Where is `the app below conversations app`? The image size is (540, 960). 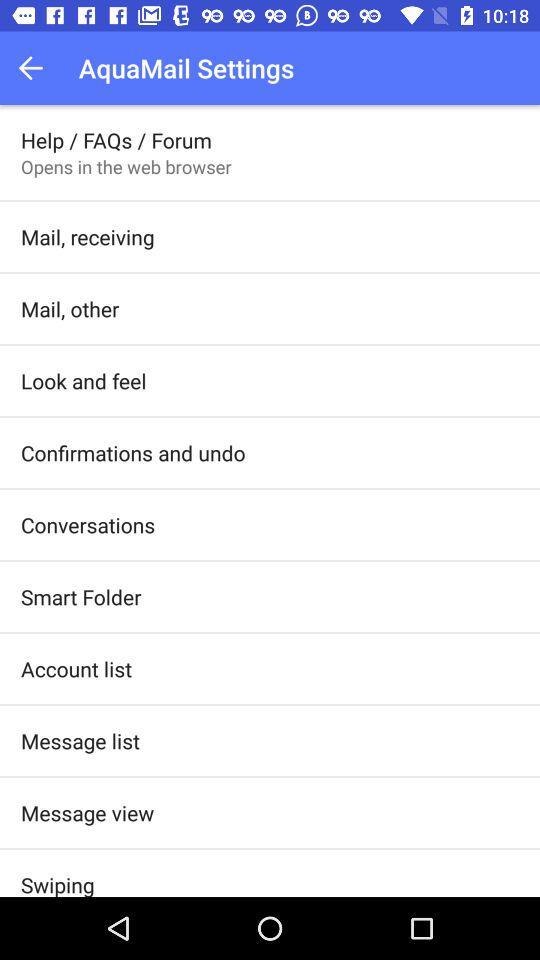 the app below conversations app is located at coordinates (80, 597).